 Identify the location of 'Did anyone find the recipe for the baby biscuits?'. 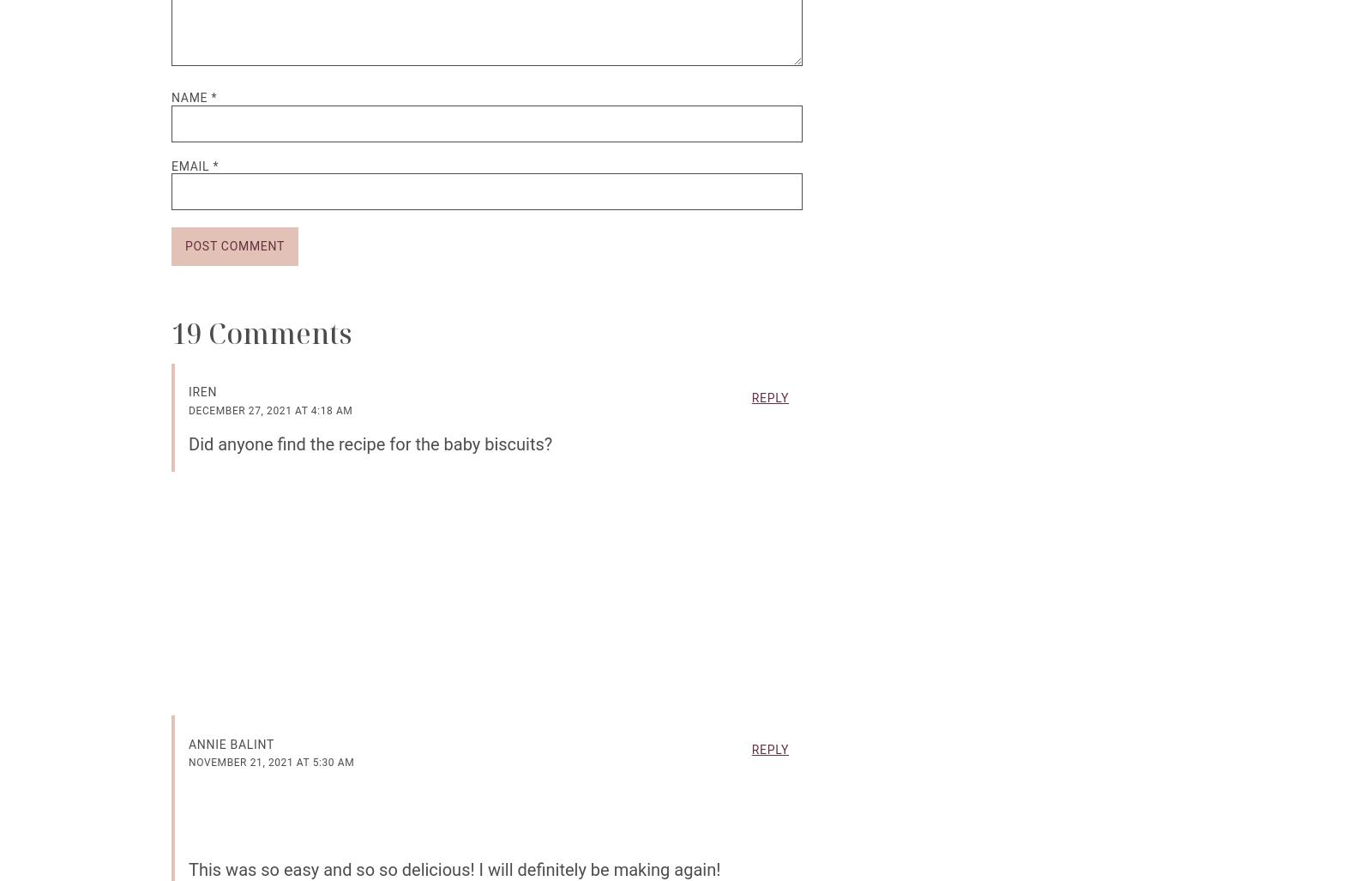
(189, 444).